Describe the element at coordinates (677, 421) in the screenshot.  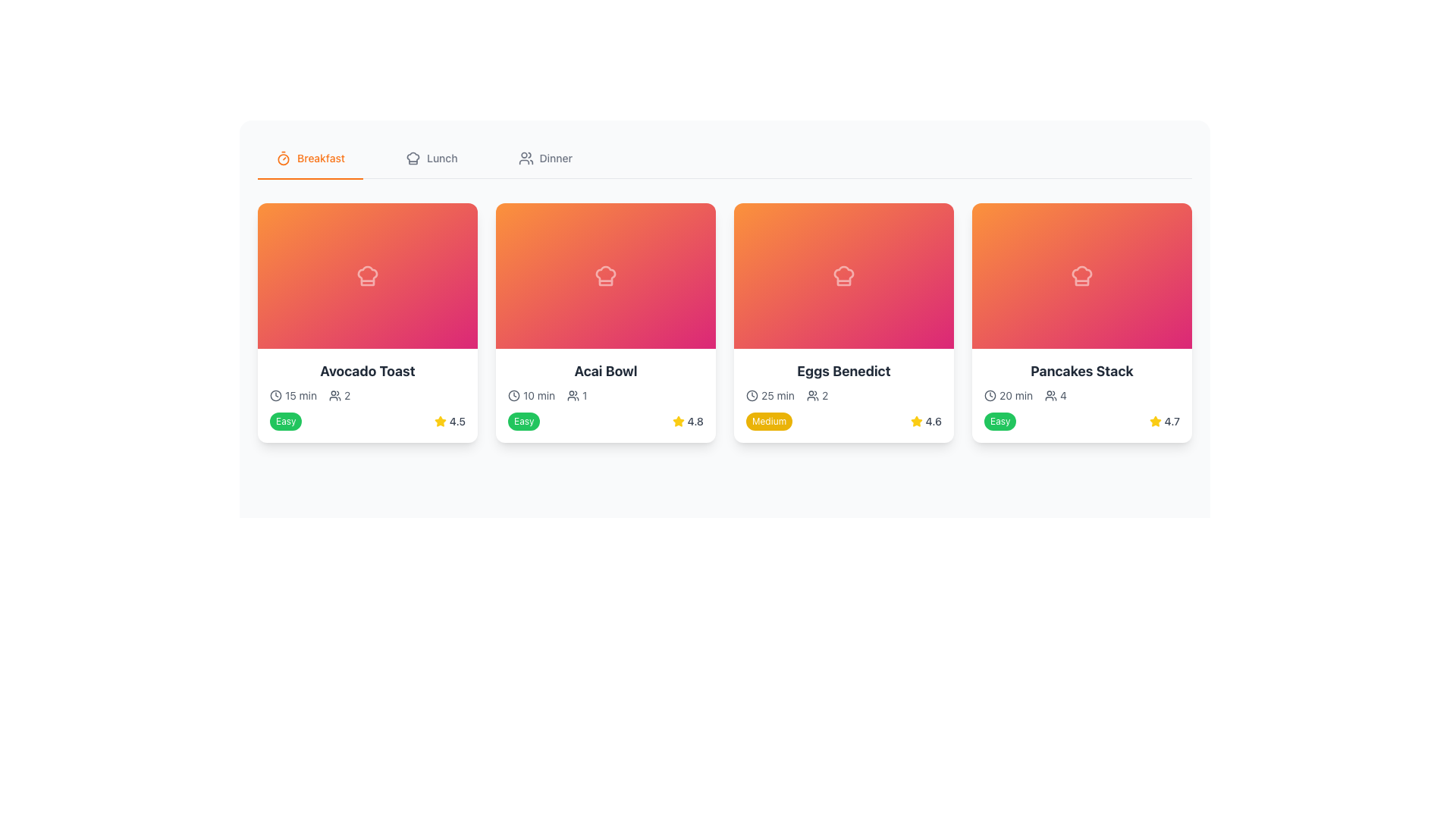
I see `the star-shaped icon that represents the rating for 'Eggs Benedict', located in the bottom-right region of the third card, below the rating text '4.6'` at that location.